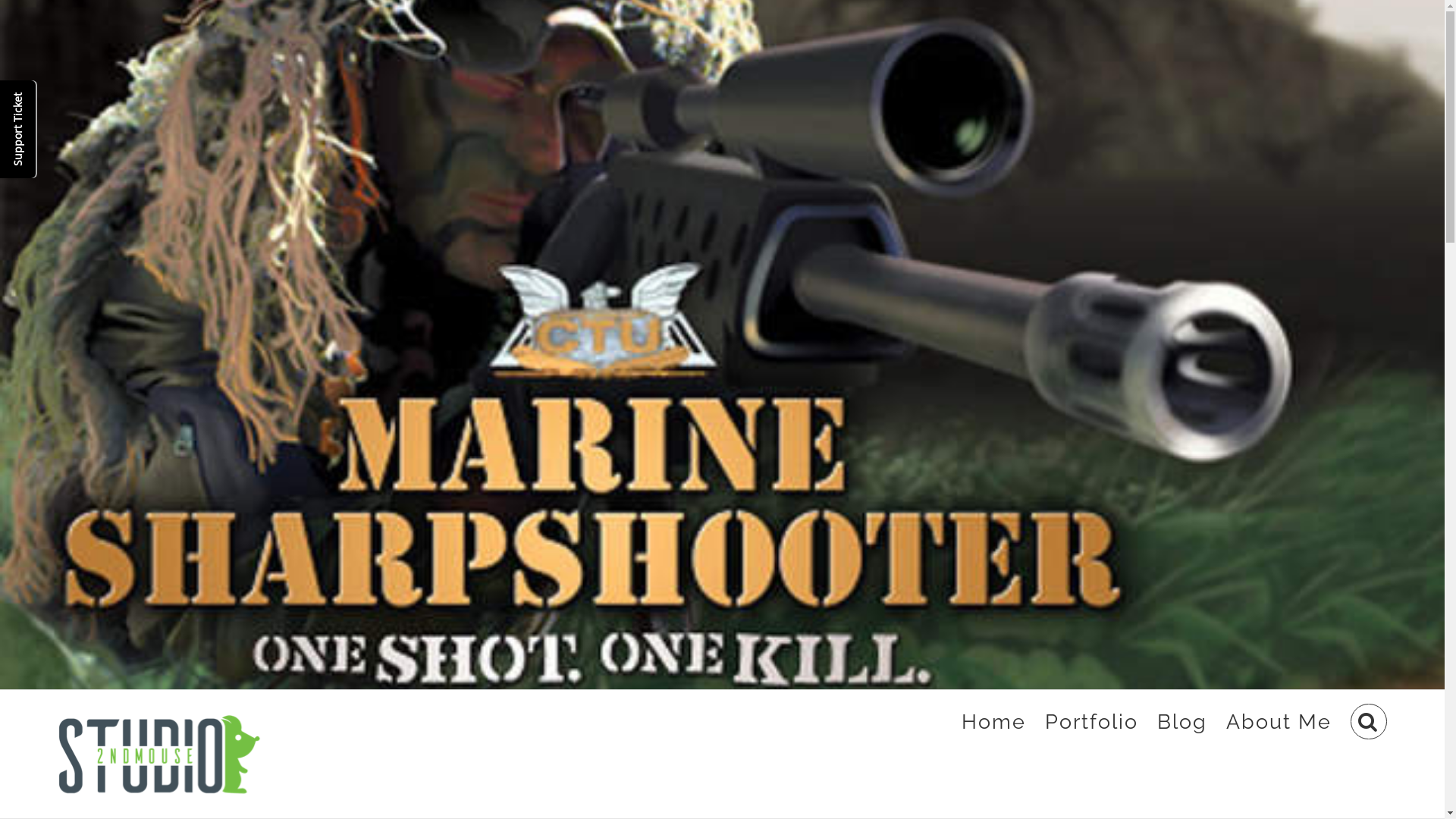 Image resolution: width=1456 pixels, height=819 pixels. I want to click on 'Blog', so click(1181, 721).